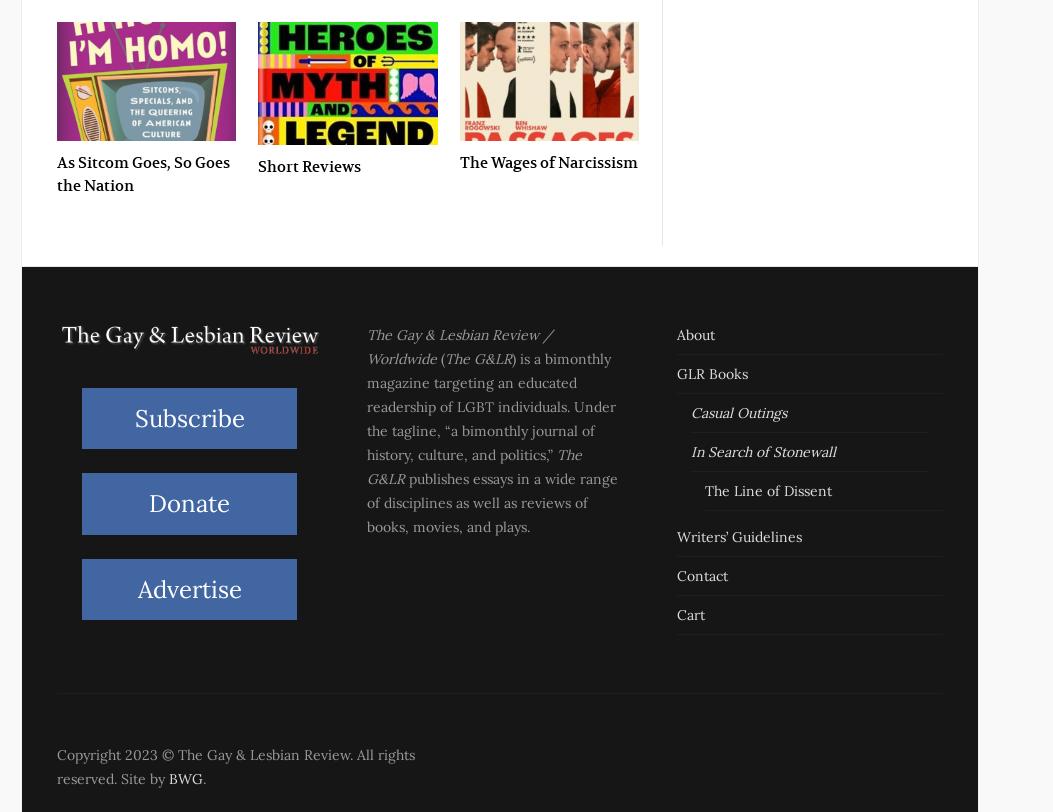  What do you see at coordinates (184, 777) in the screenshot?
I see `'BWG'` at bounding box center [184, 777].